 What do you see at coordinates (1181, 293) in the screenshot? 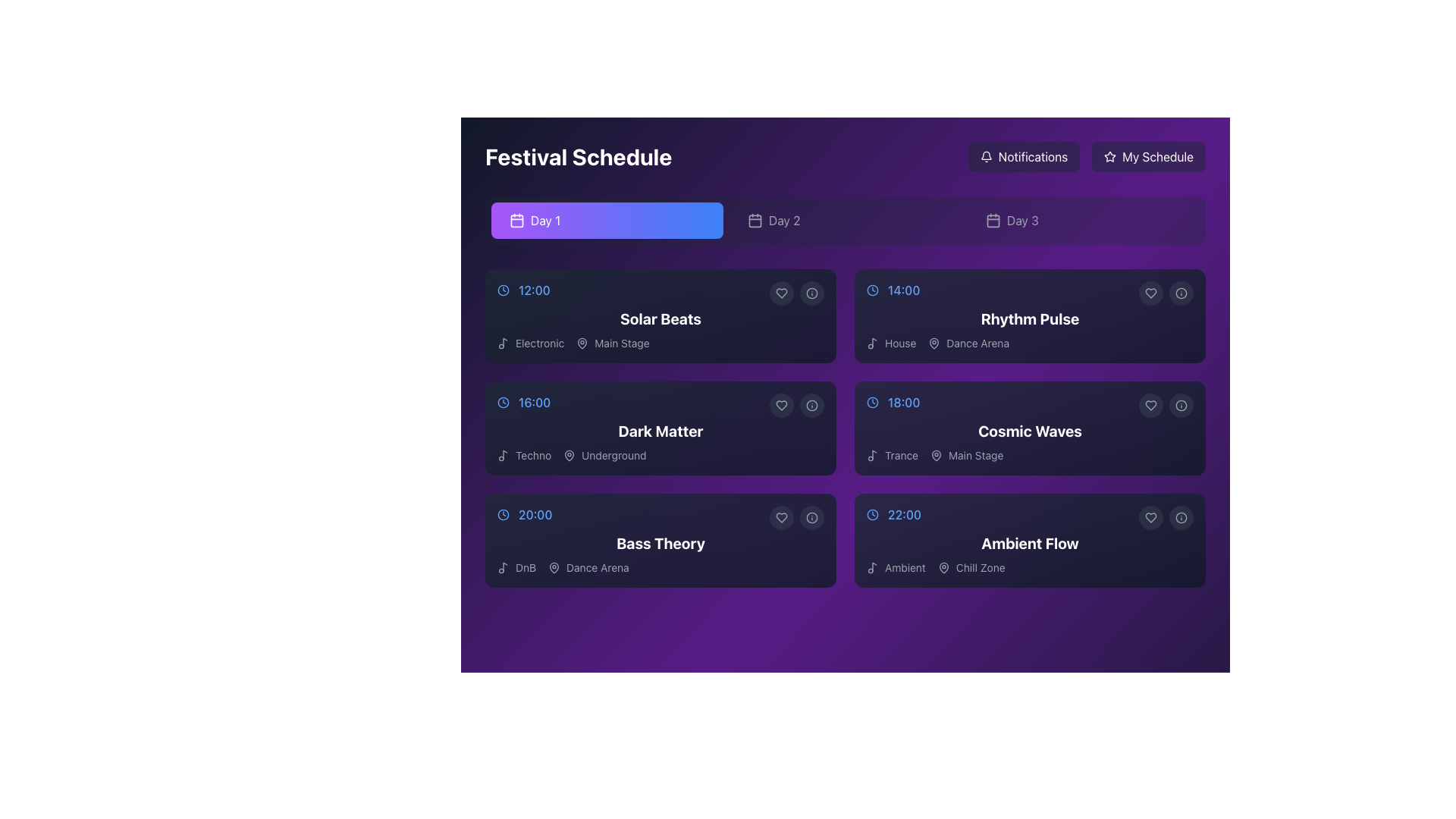
I see `the central circle icon located at the top-right corner of the 'Rhythm Pulse' schedule box, which serves as an indicator or button for information, alerts, or settings` at bounding box center [1181, 293].